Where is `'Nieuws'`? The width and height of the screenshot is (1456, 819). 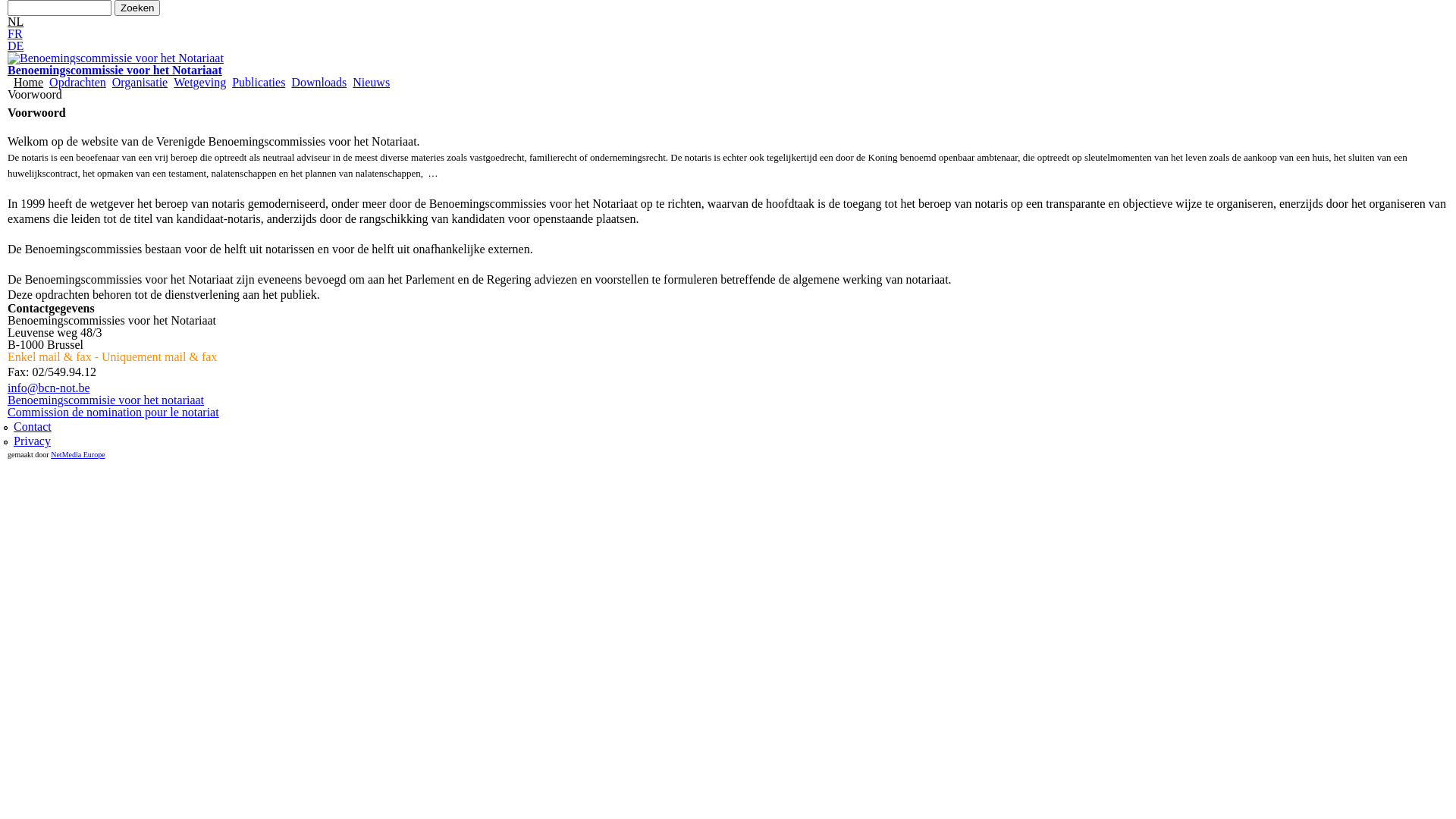
'Nieuws' is located at coordinates (371, 82).